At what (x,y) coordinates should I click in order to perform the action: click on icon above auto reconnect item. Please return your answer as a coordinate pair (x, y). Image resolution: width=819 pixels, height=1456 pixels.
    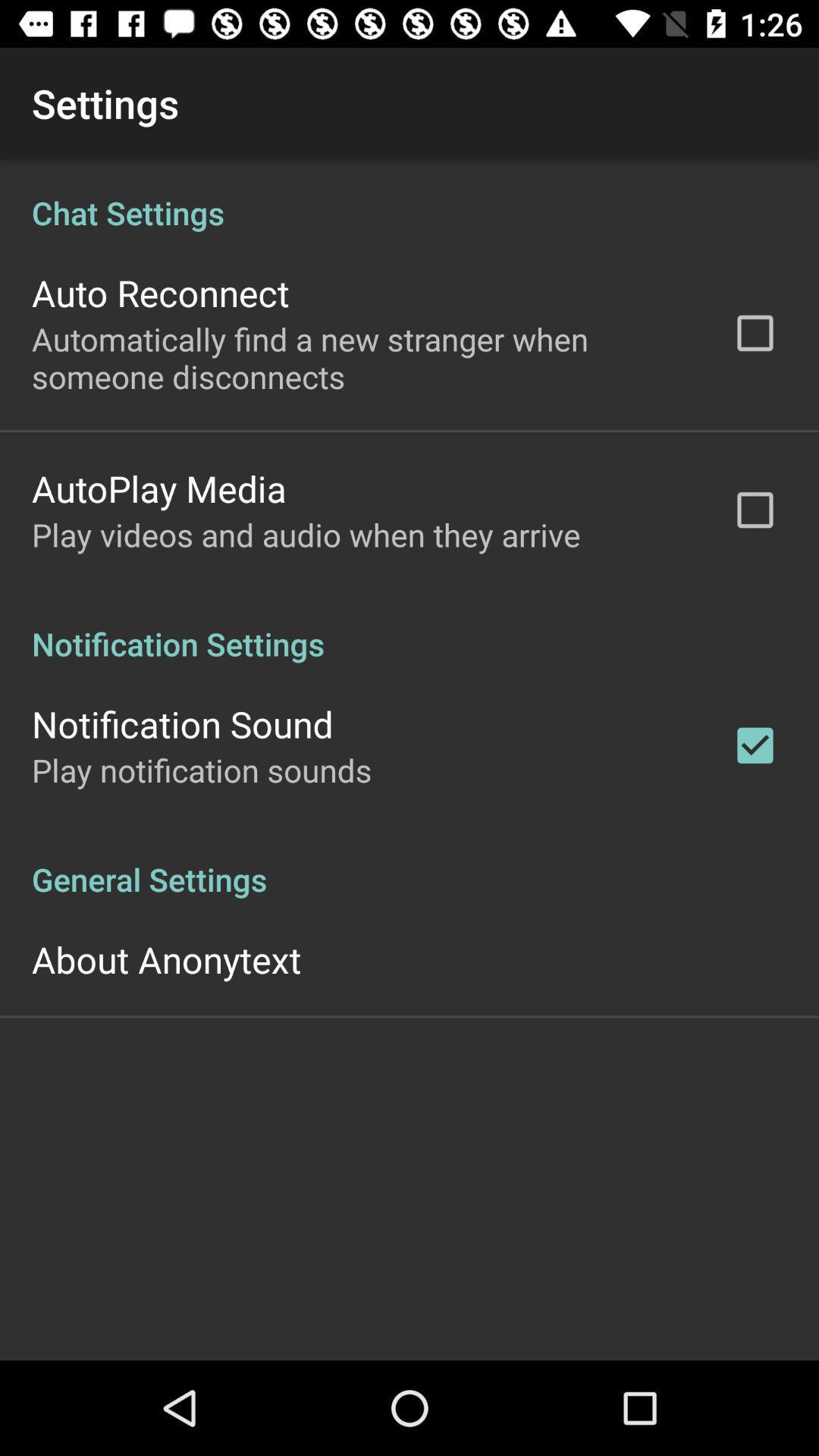
    Looking at the image, I should click on (409, 196).